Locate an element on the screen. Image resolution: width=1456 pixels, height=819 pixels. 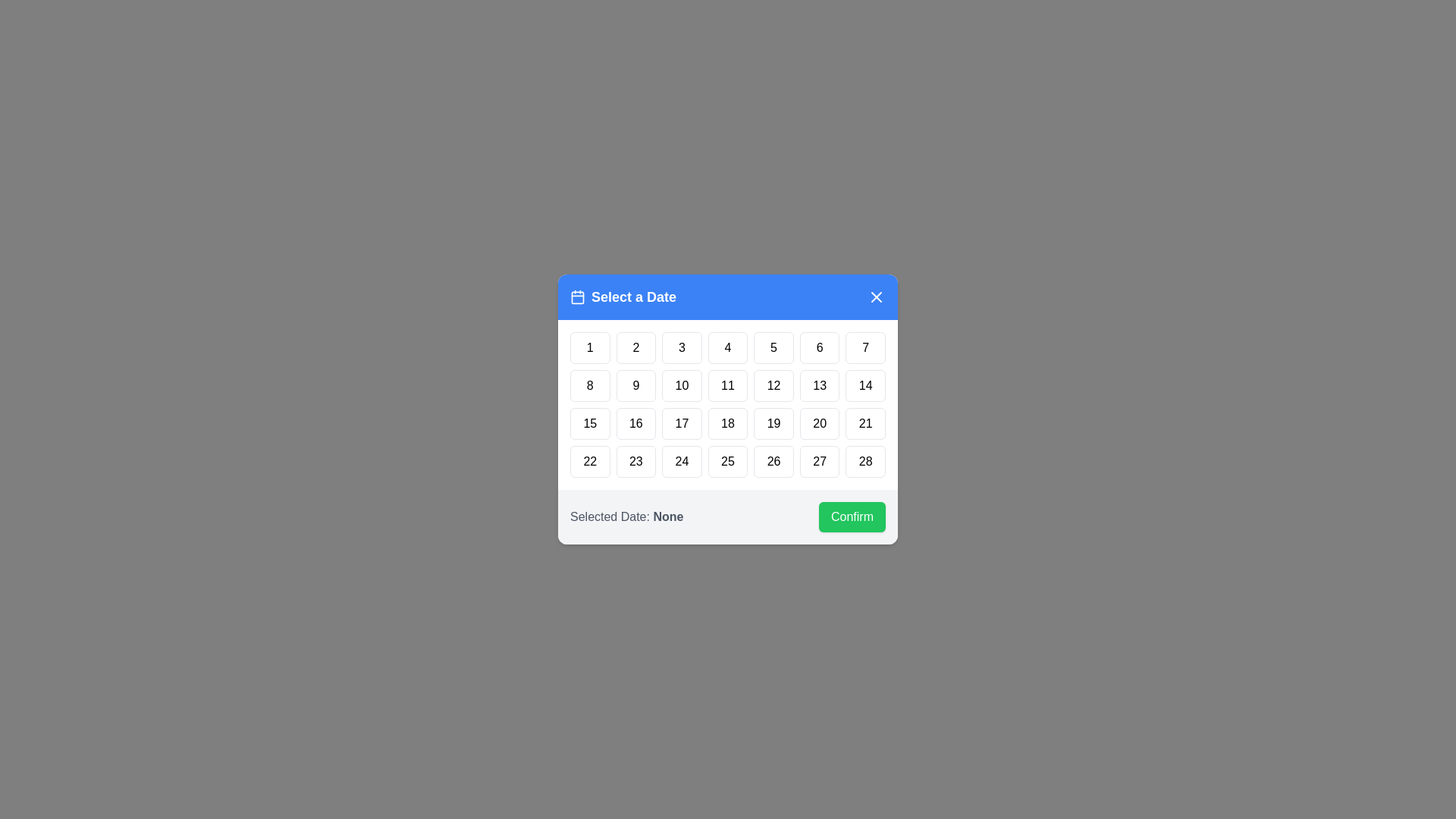
the day button labeled 25 to highlight it is located at coordinates (728, 461).